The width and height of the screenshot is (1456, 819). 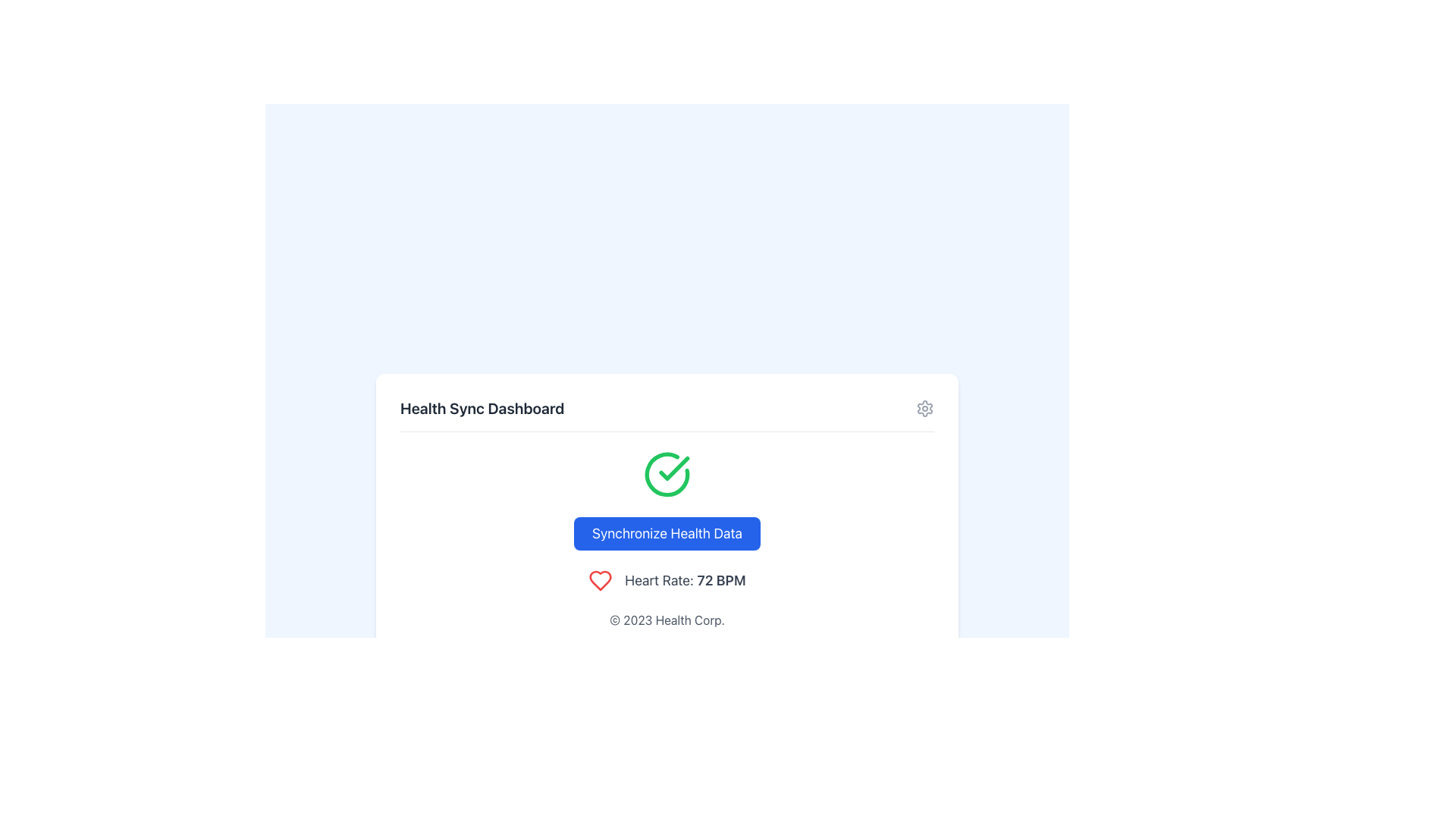 I want to click on the text label displaying the current heart rate of '72 BPM' located at the bottom center of the card, so click(x=684, y=580).